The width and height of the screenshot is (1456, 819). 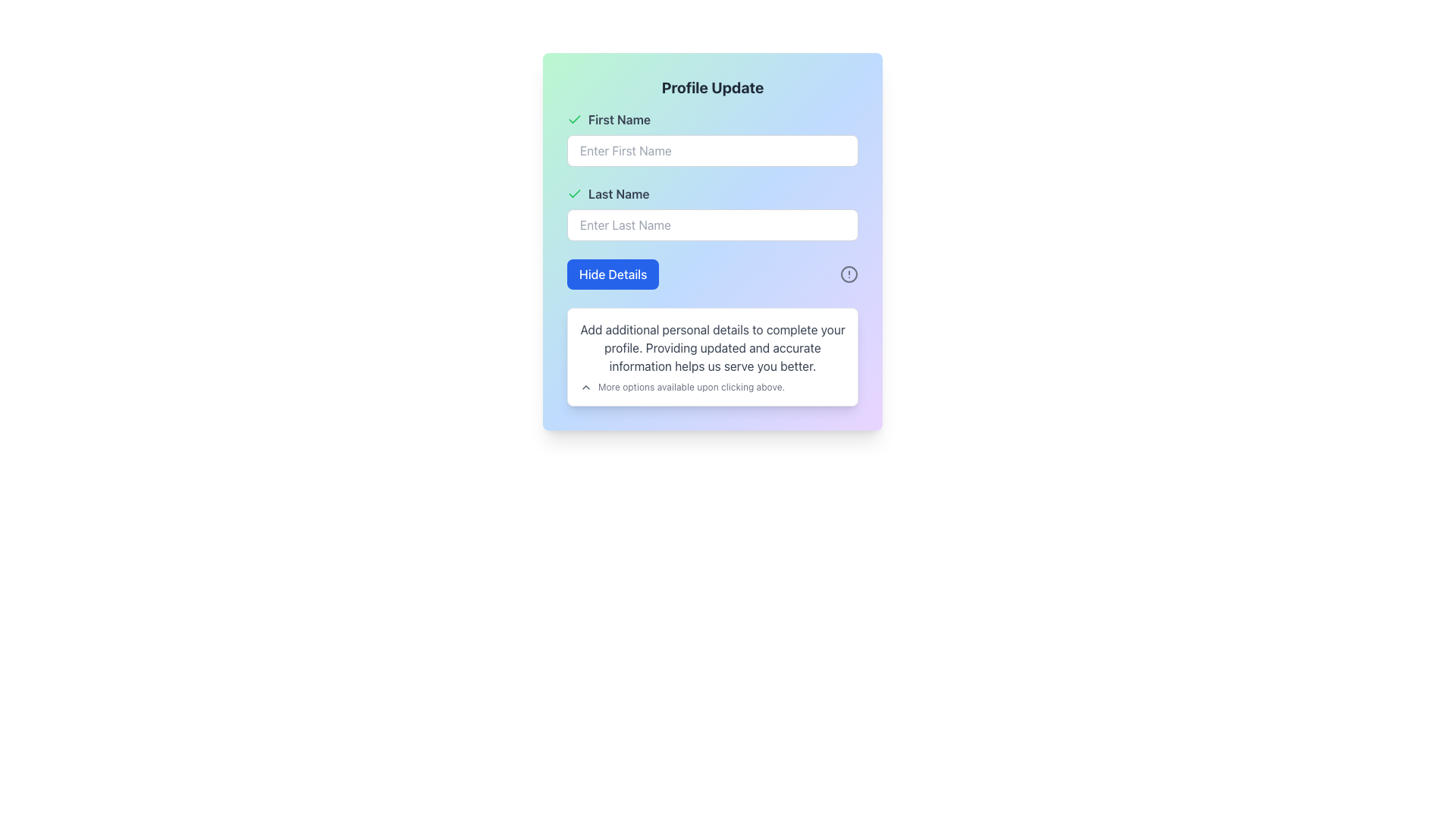 What do you see at coordinates (691, 386) in the screenshot?
I see `the small, light gray text string that reads 'More options available upon clicking above.' positioned below a collapsible section control in a card interface` at bounding box center [691, 386].